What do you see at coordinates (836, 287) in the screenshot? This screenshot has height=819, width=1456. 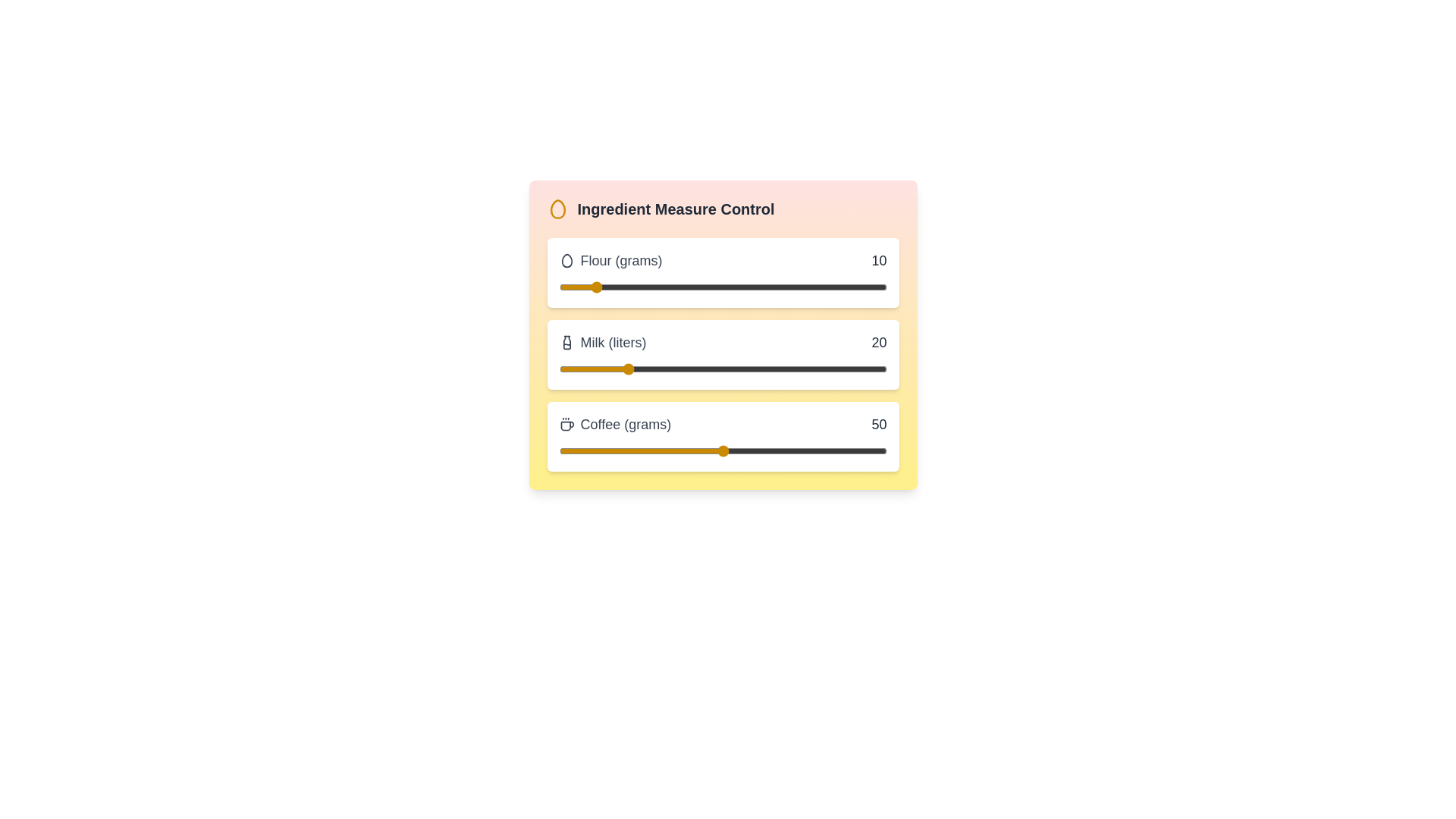 I see `ingredient measurement` at bounding box center [836, 287].